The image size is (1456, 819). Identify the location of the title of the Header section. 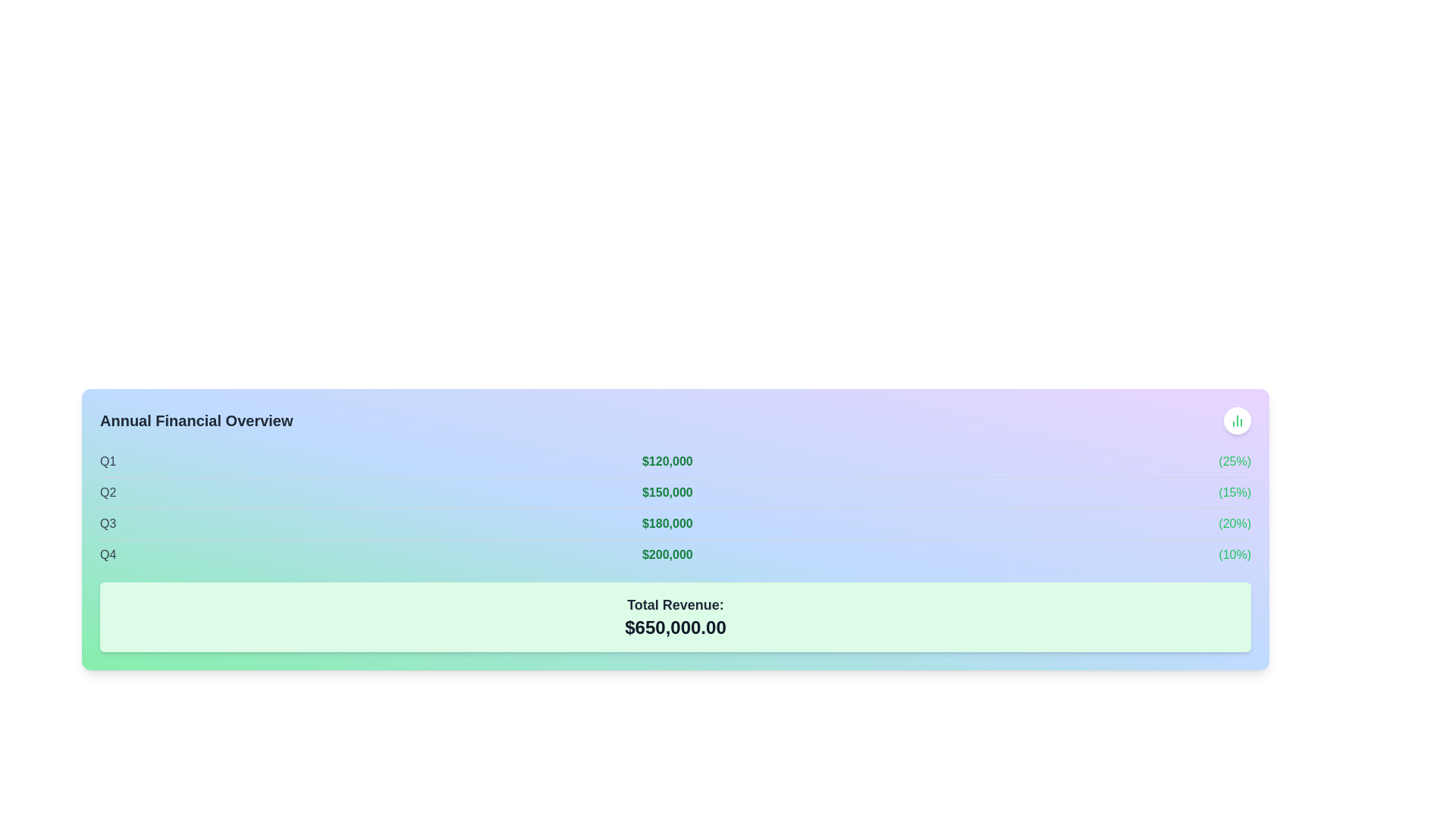
(675, 421).